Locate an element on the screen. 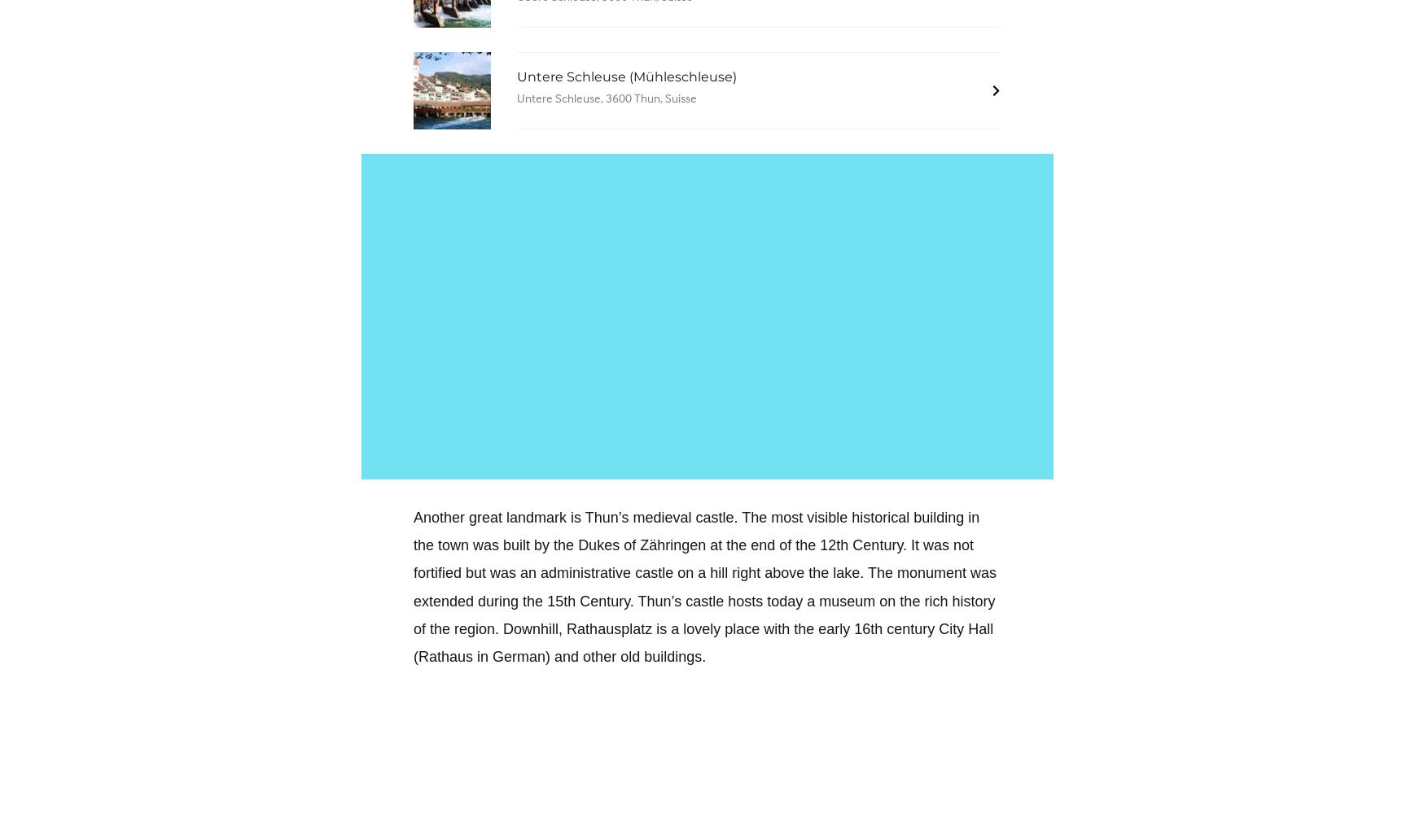 The image size is (1415, 840). '. The most visible historical building in the town was built by the' is located at coordinates (696, 531).